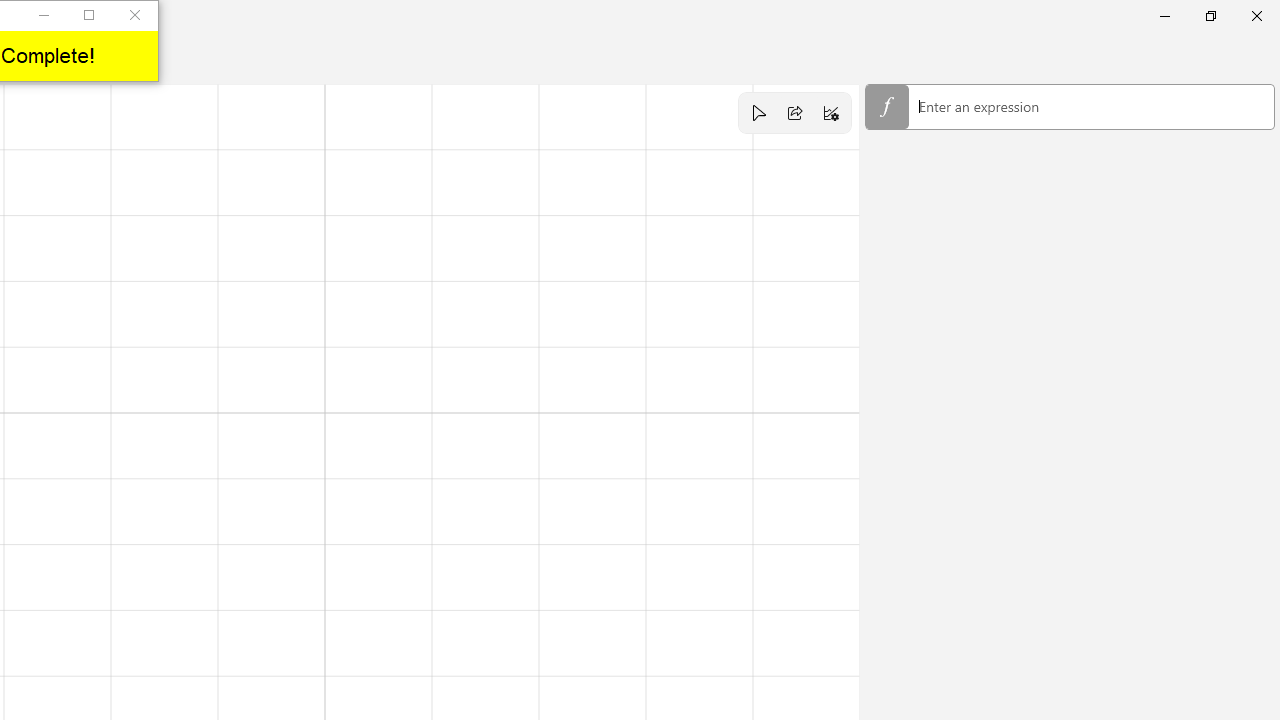 The height and width of the screenshot is (720, 1280). Describe the element at coordinates (1164, 15) in the screenshot. I see `'Minimize Calculator'` at that location.